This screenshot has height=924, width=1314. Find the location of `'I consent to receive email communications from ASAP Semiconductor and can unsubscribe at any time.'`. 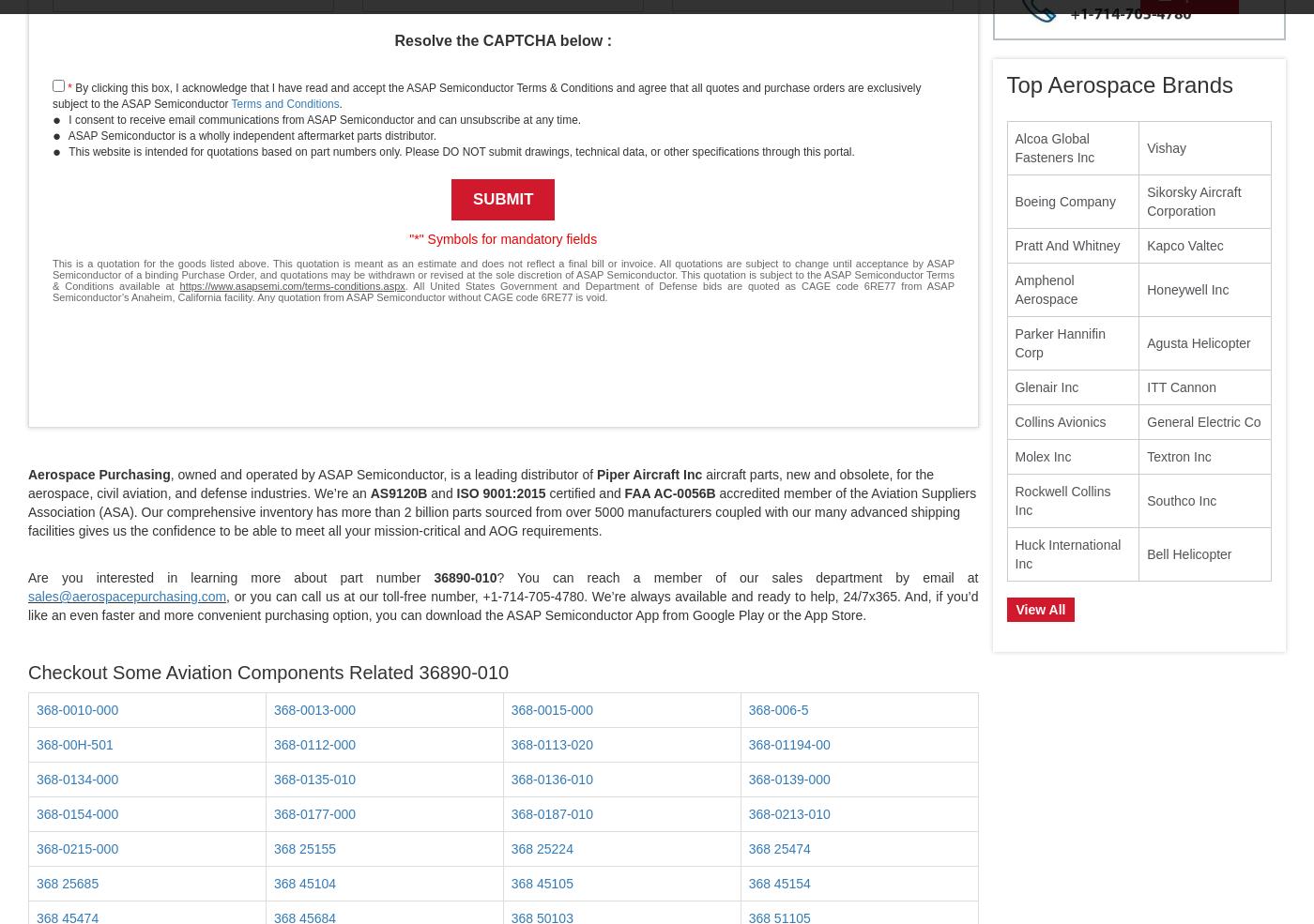

'I consent to receive email communications from ASAP Semiconductor and can unsubscribe at any time.' is located at coordinates (66, 119).